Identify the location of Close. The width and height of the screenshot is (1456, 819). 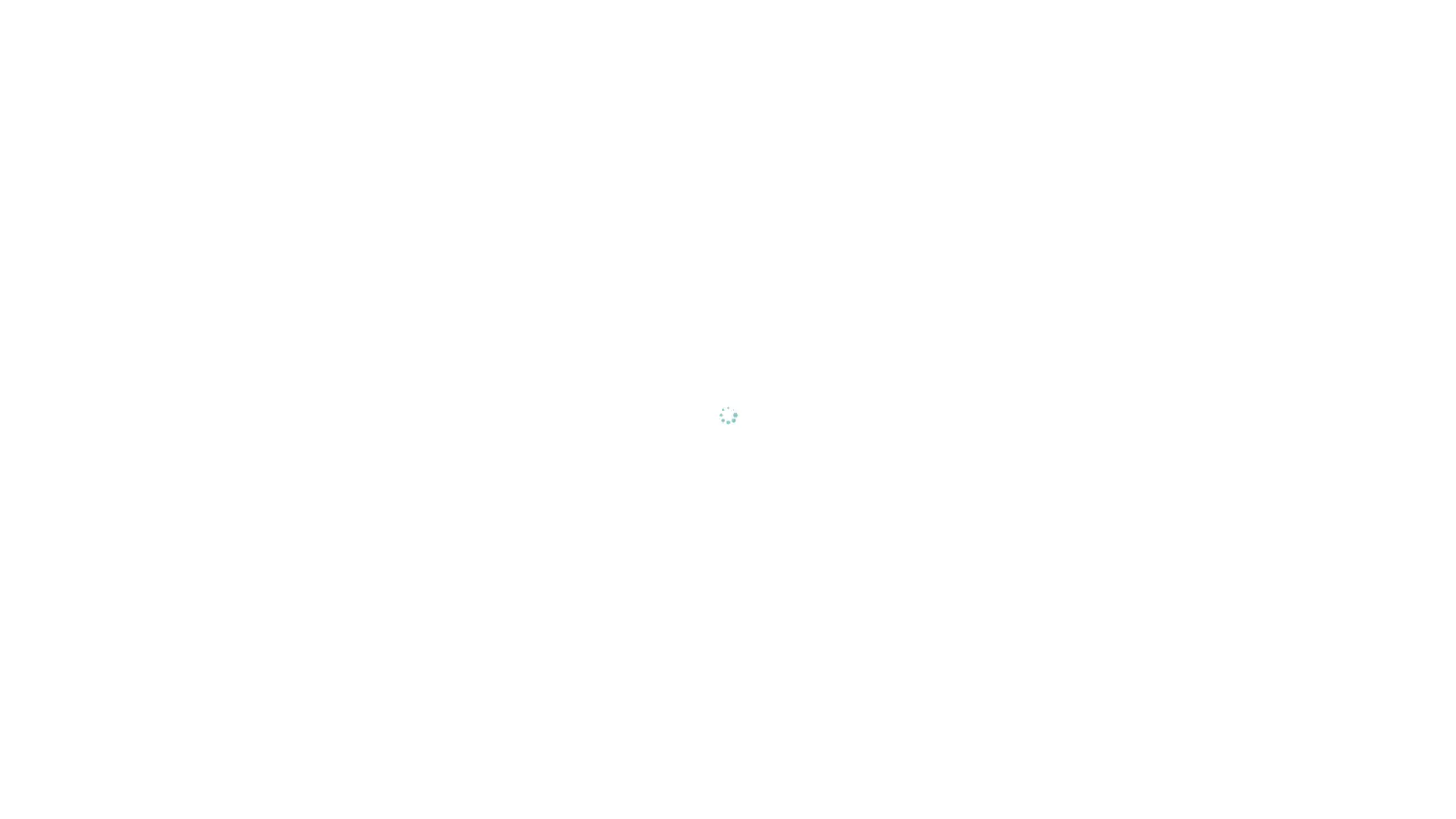
(957, 99).